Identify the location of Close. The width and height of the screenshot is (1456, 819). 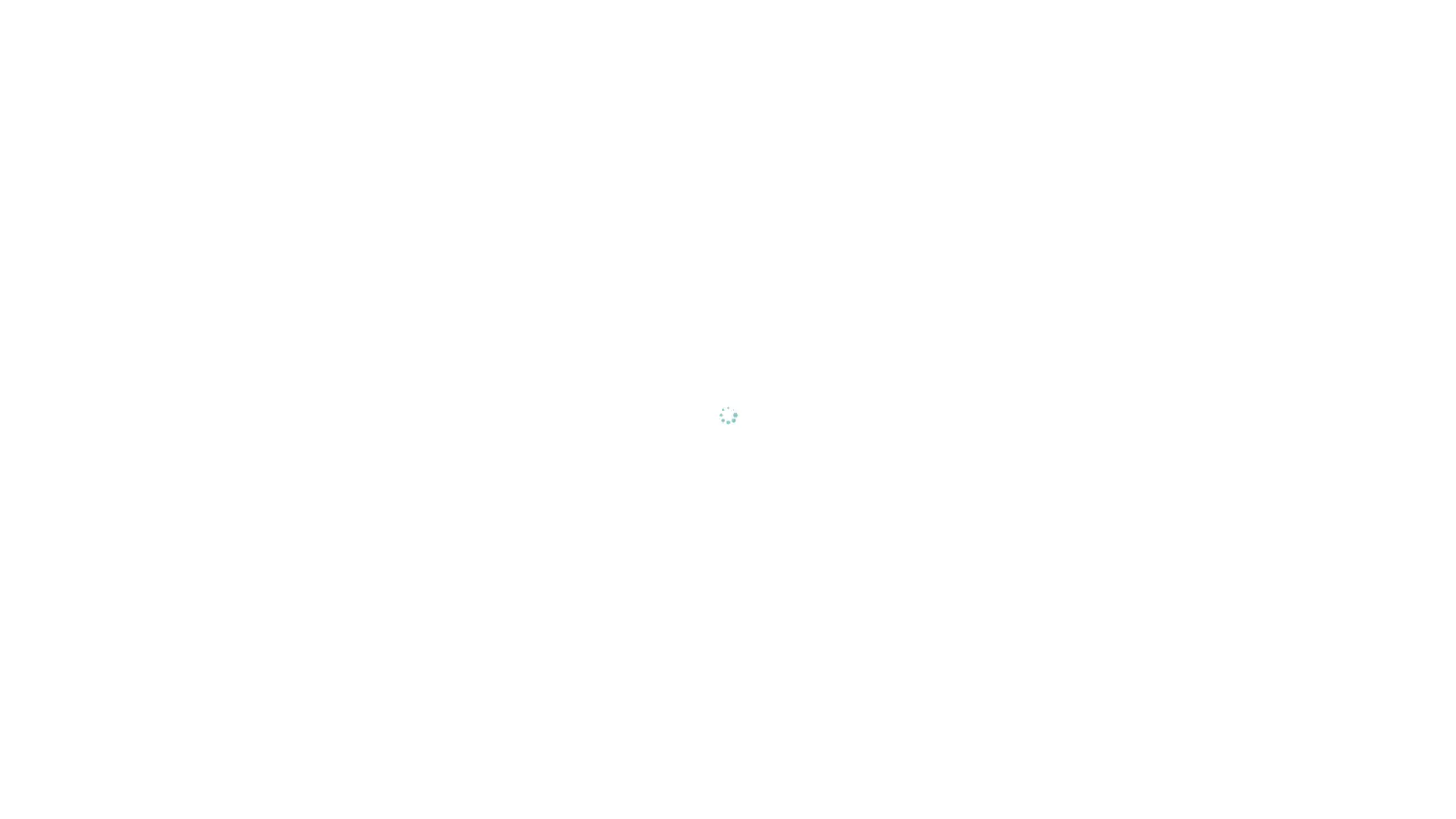
(957, 99).